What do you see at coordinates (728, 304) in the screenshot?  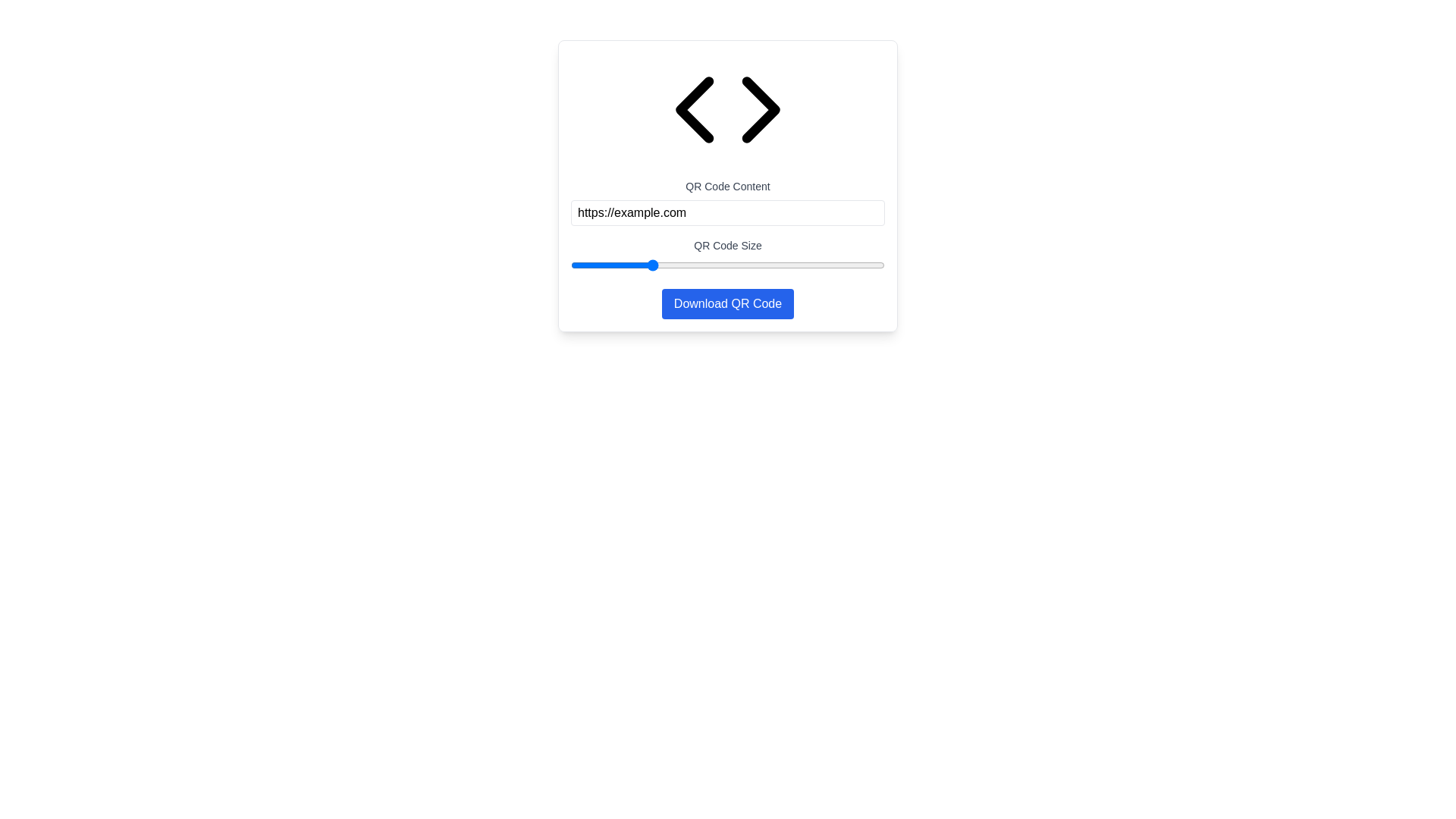 I see `the button with a blue background and white text labeled 'Download QR Code'` at bounding box center [728, 304].